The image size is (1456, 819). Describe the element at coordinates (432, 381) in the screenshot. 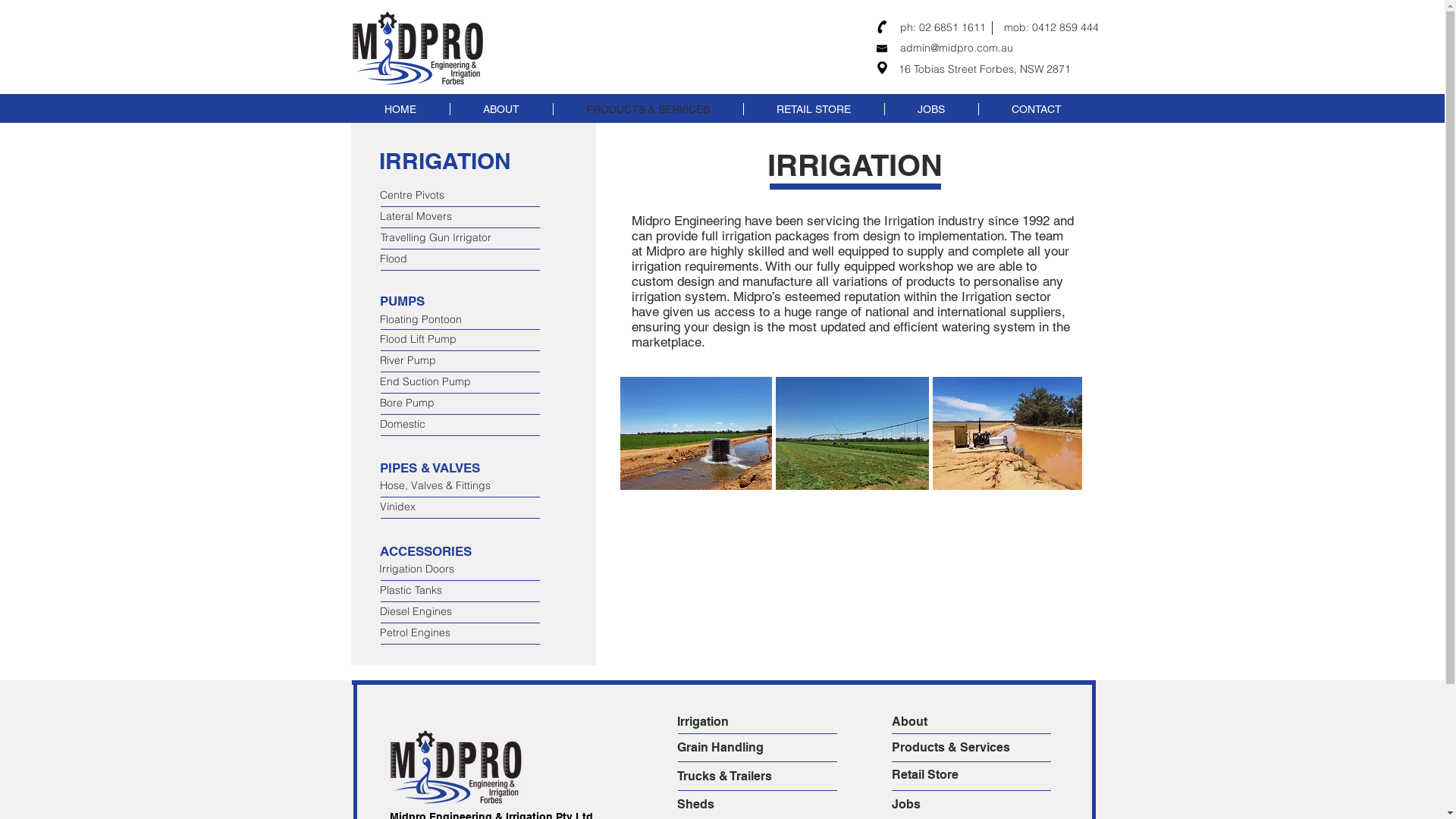

I see `'End Suction Pump'` at that location.